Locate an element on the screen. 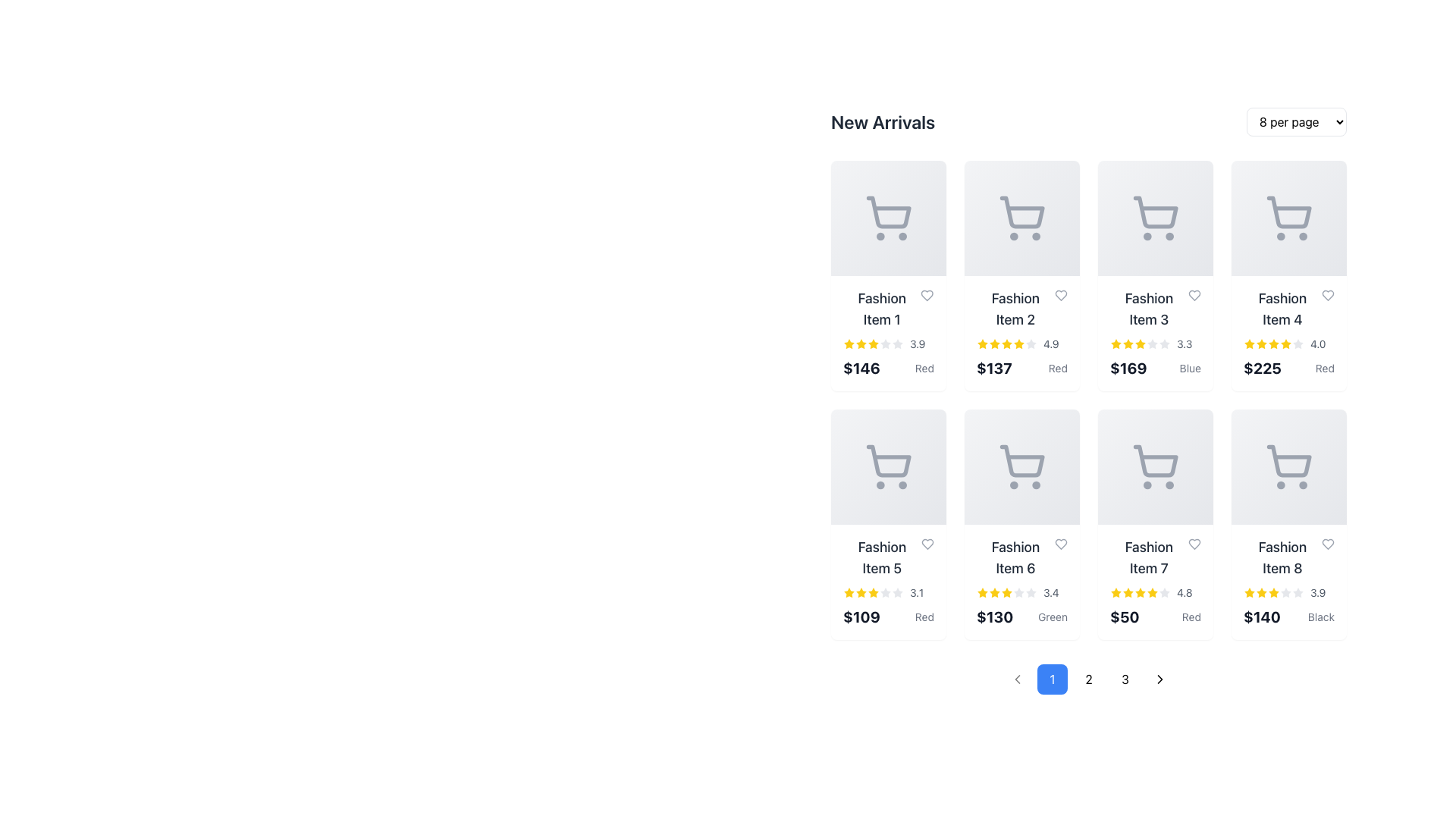 The width and height of the screenshot is (1456, 819). the star rating icon representing the quality of 'Fashion Item 1', located below its product image is located at coordinates (874, 344).